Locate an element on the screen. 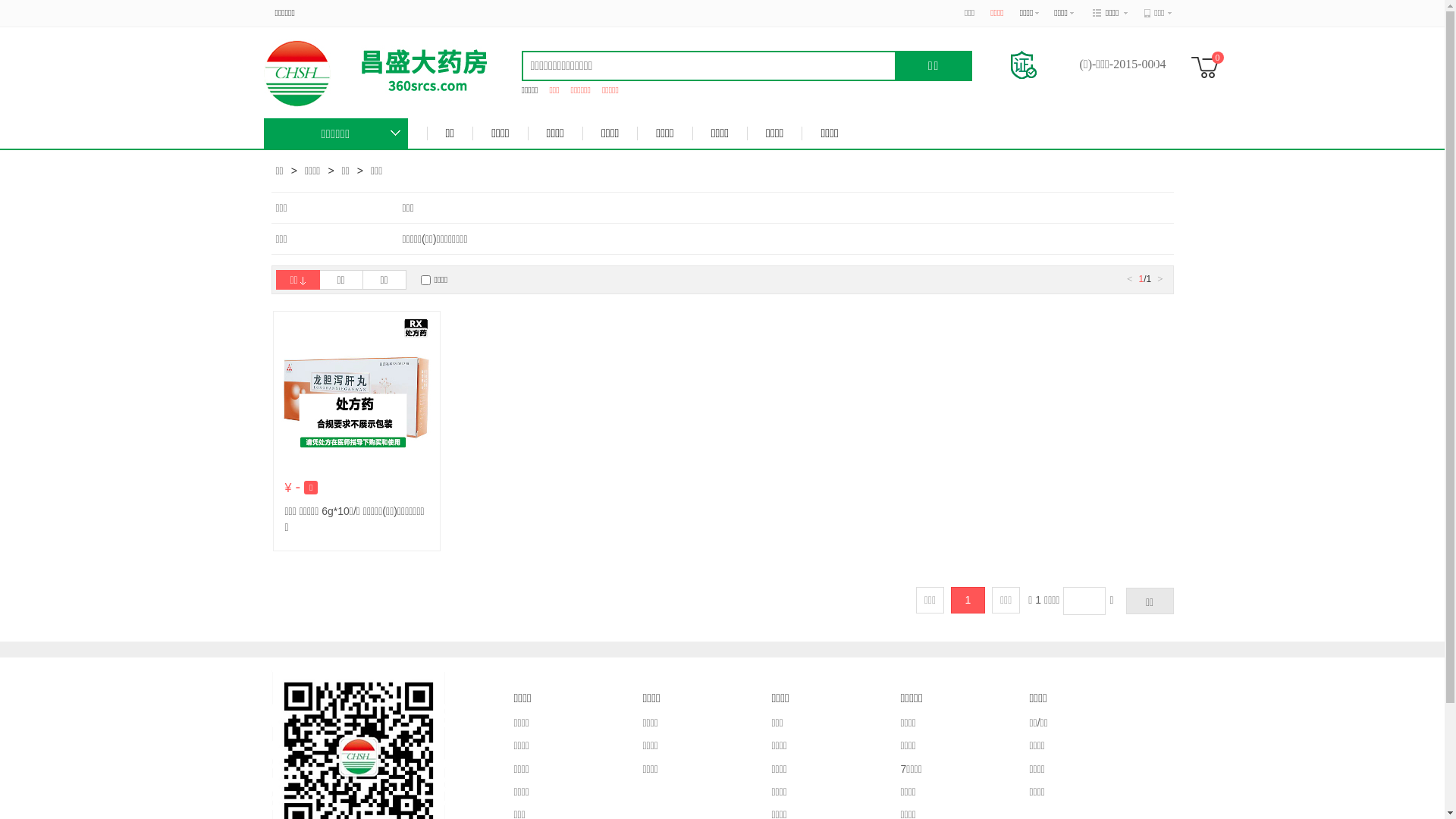 The height and width of the screenshot is (819, 1456). '>' is located at coordinates (1159, 278).